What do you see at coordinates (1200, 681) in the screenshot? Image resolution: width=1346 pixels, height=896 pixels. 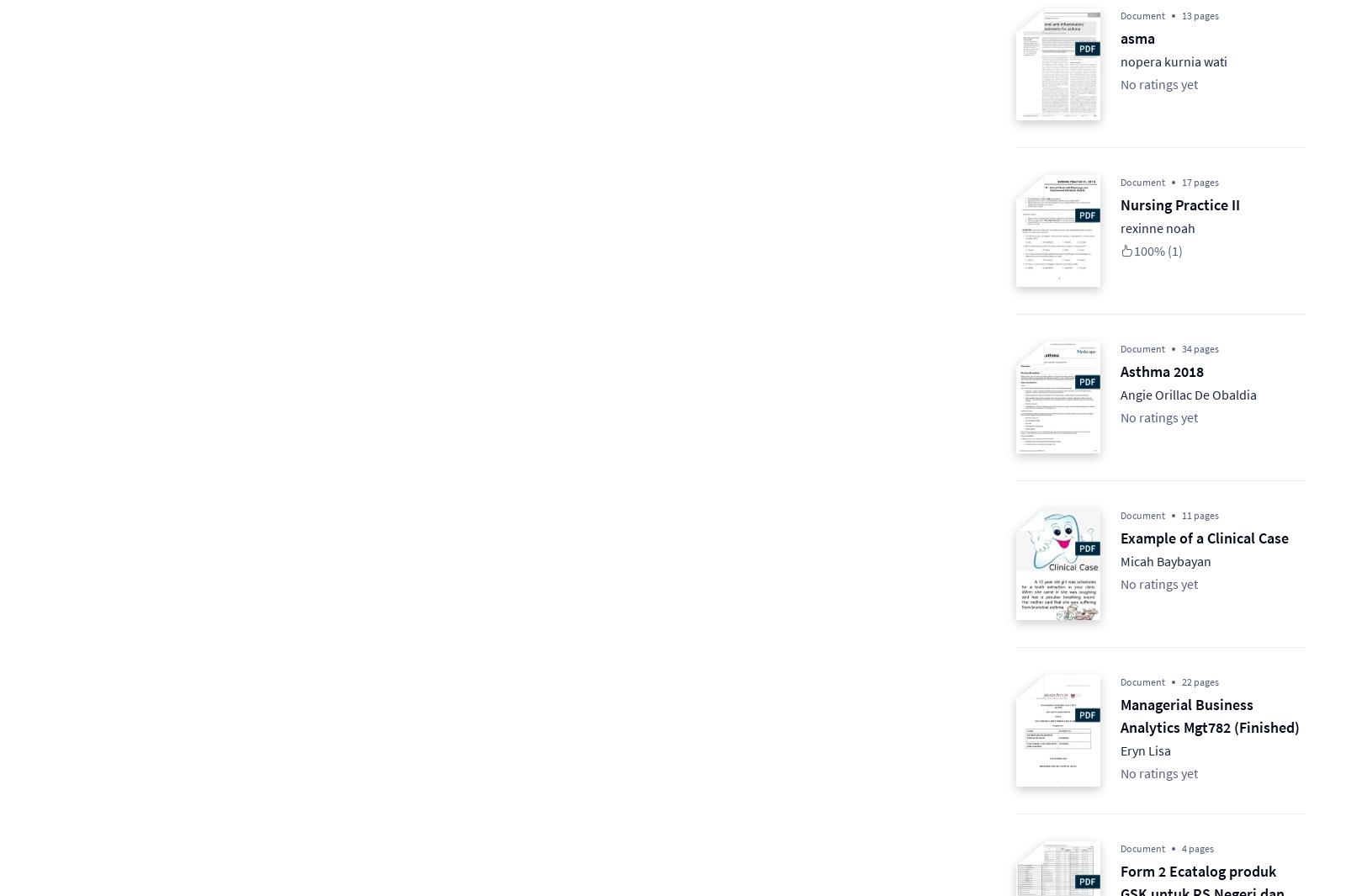 I see `'22 pages'` at bounding box center [1200, 681].